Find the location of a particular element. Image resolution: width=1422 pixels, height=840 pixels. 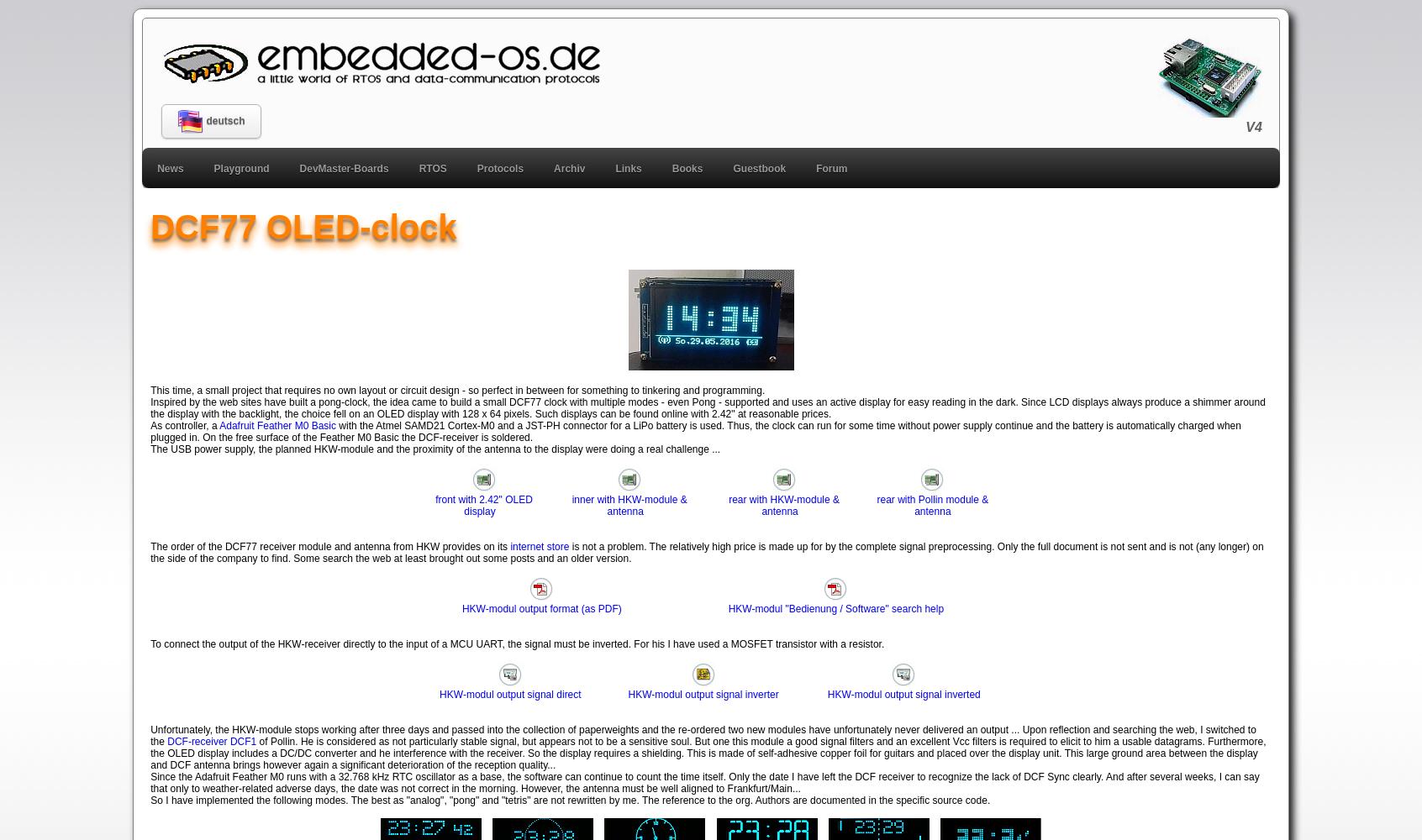

'rear with Pollin module & antenna' is located at coordinates (932, 504).